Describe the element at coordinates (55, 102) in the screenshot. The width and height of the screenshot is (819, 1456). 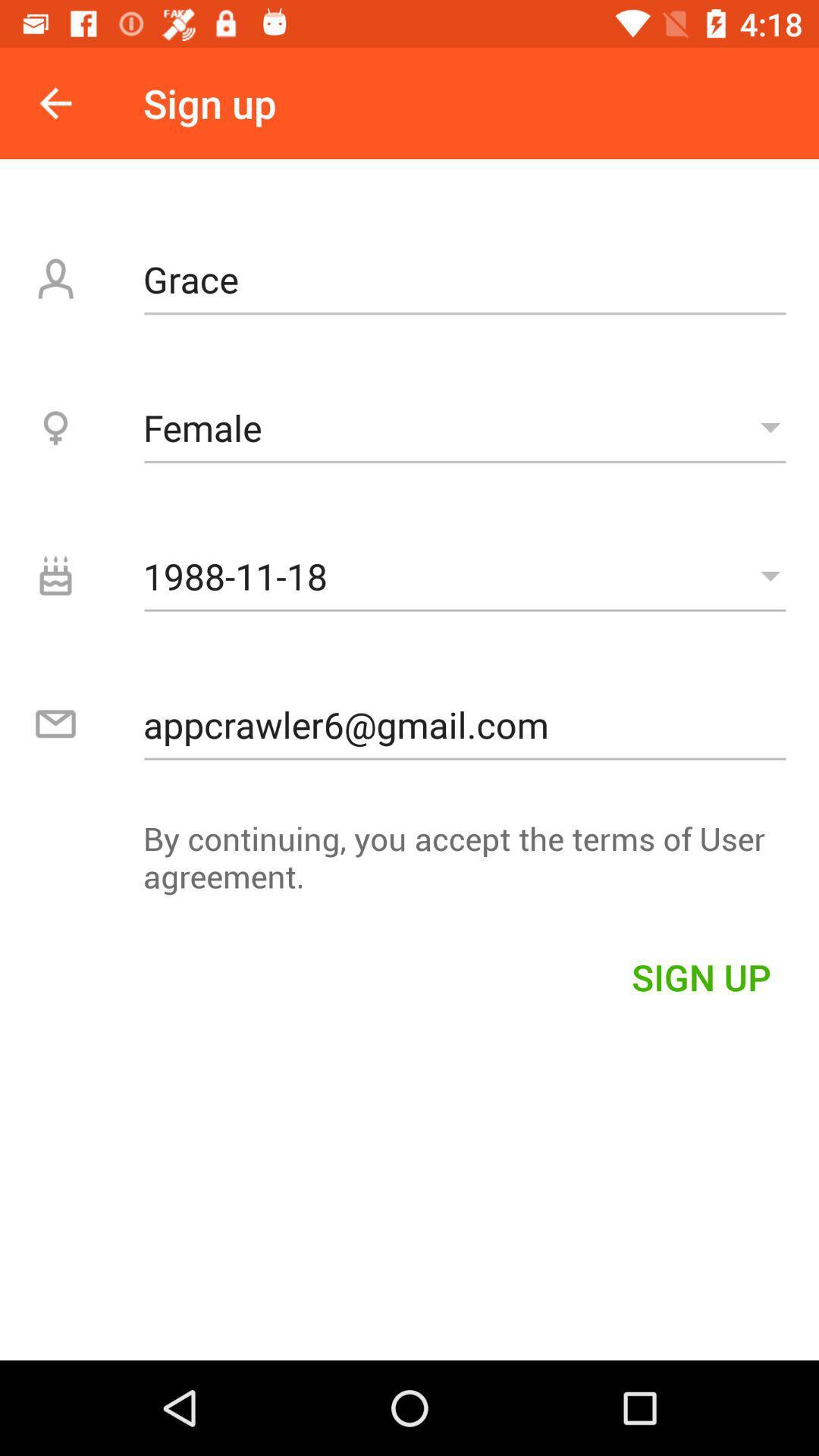
I see `the icon to the left of sign up icon` at that location.